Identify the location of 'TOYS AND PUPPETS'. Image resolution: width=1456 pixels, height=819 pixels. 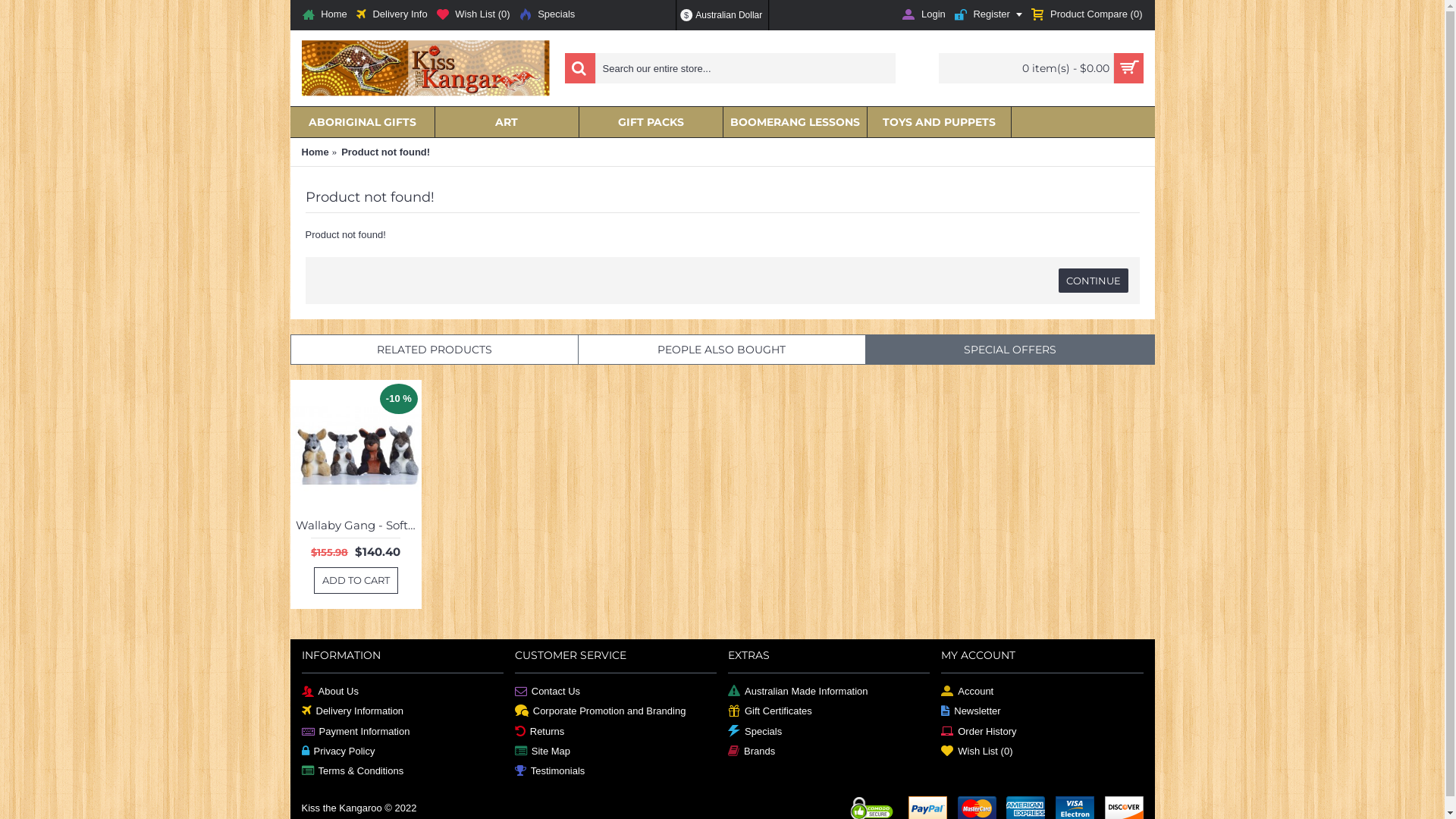
(938, 121).